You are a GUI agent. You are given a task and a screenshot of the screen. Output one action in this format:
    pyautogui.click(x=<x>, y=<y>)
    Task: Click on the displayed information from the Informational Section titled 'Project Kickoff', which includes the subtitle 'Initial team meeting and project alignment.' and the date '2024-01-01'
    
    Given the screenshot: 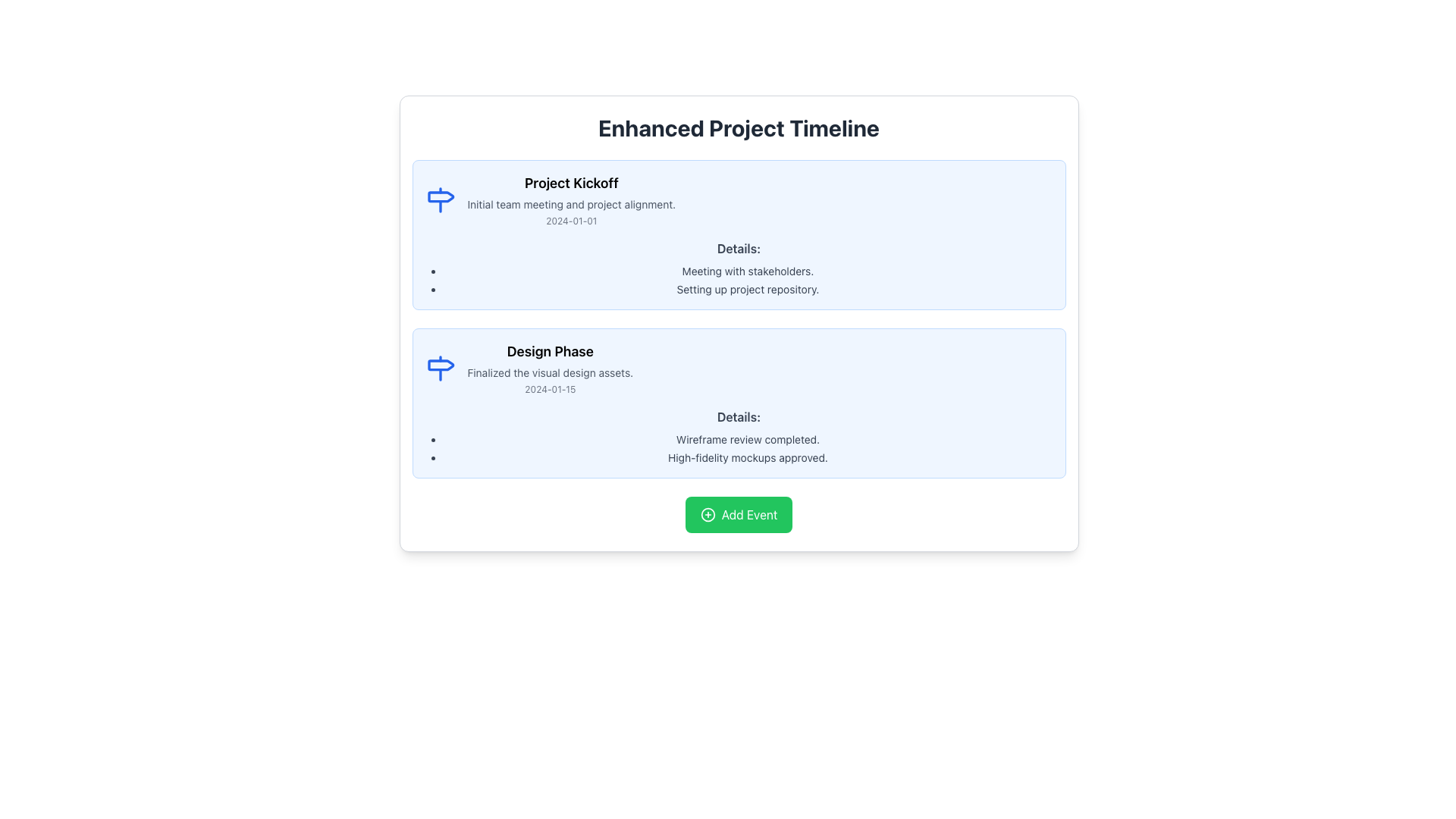 What is the action you would take?
    pyautogui.click(x=739, y=199)
    